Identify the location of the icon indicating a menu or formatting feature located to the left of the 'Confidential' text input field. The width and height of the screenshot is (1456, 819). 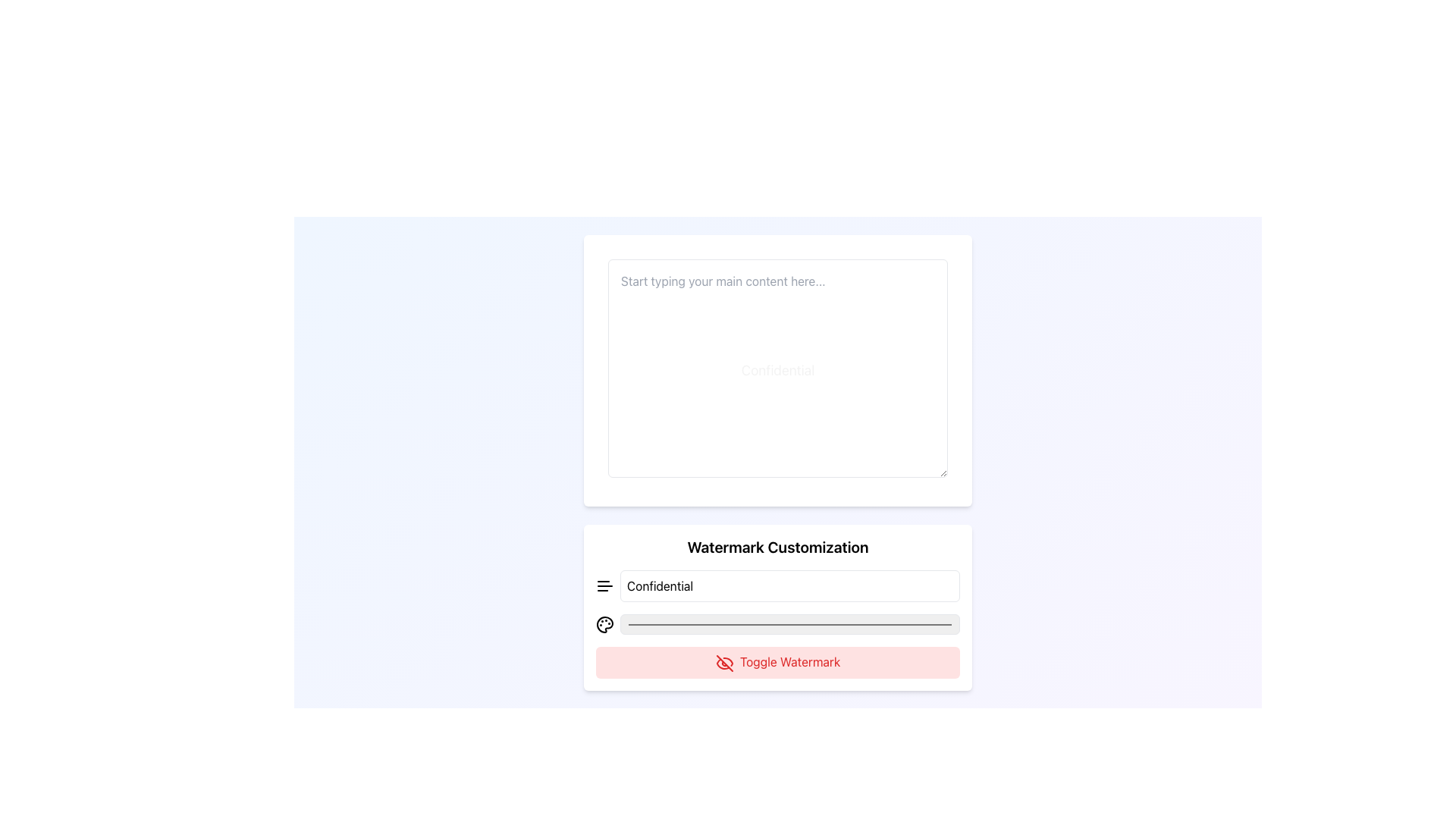
(604, 585).